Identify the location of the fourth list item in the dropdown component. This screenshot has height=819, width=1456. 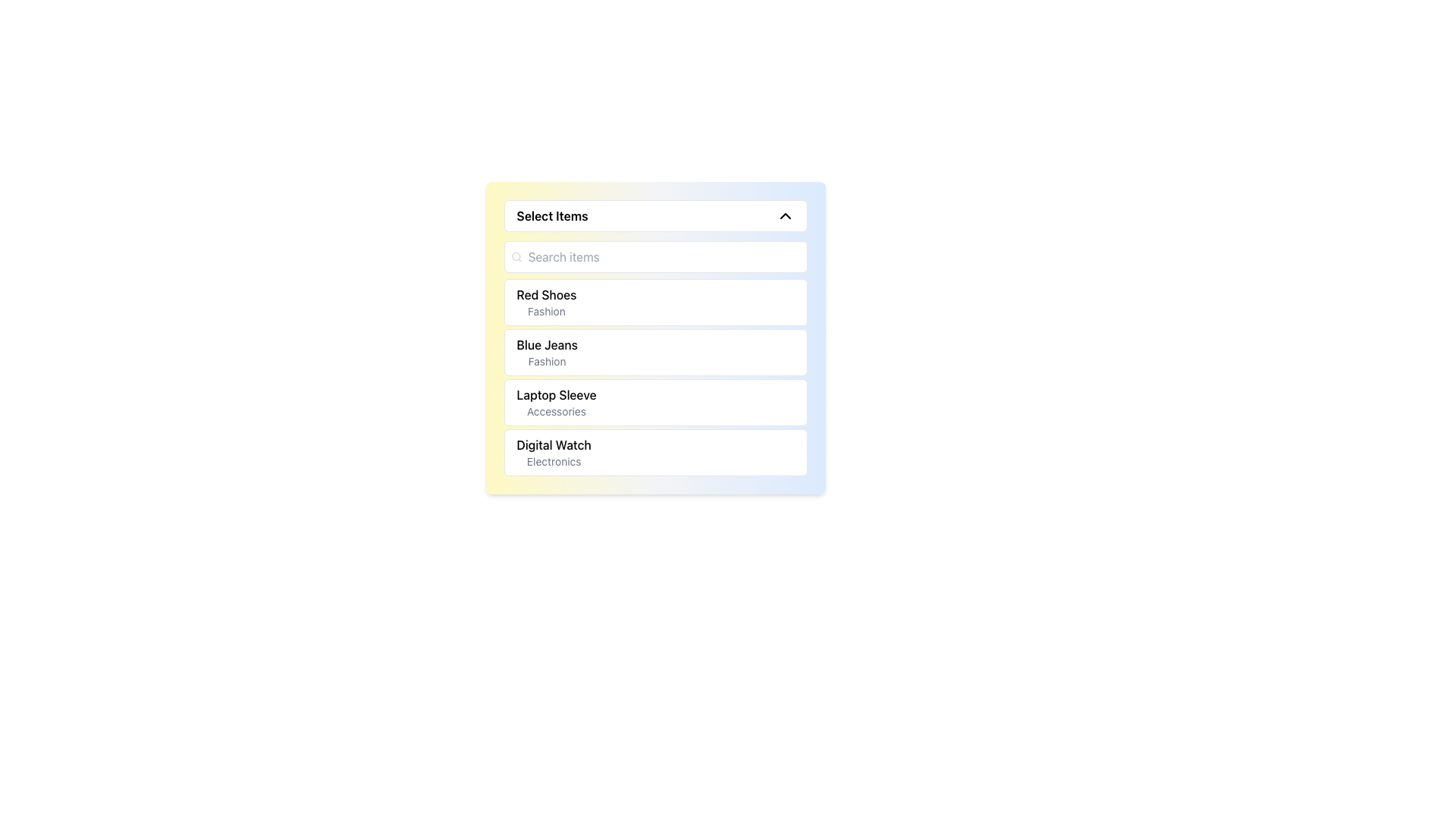
(655, 452).